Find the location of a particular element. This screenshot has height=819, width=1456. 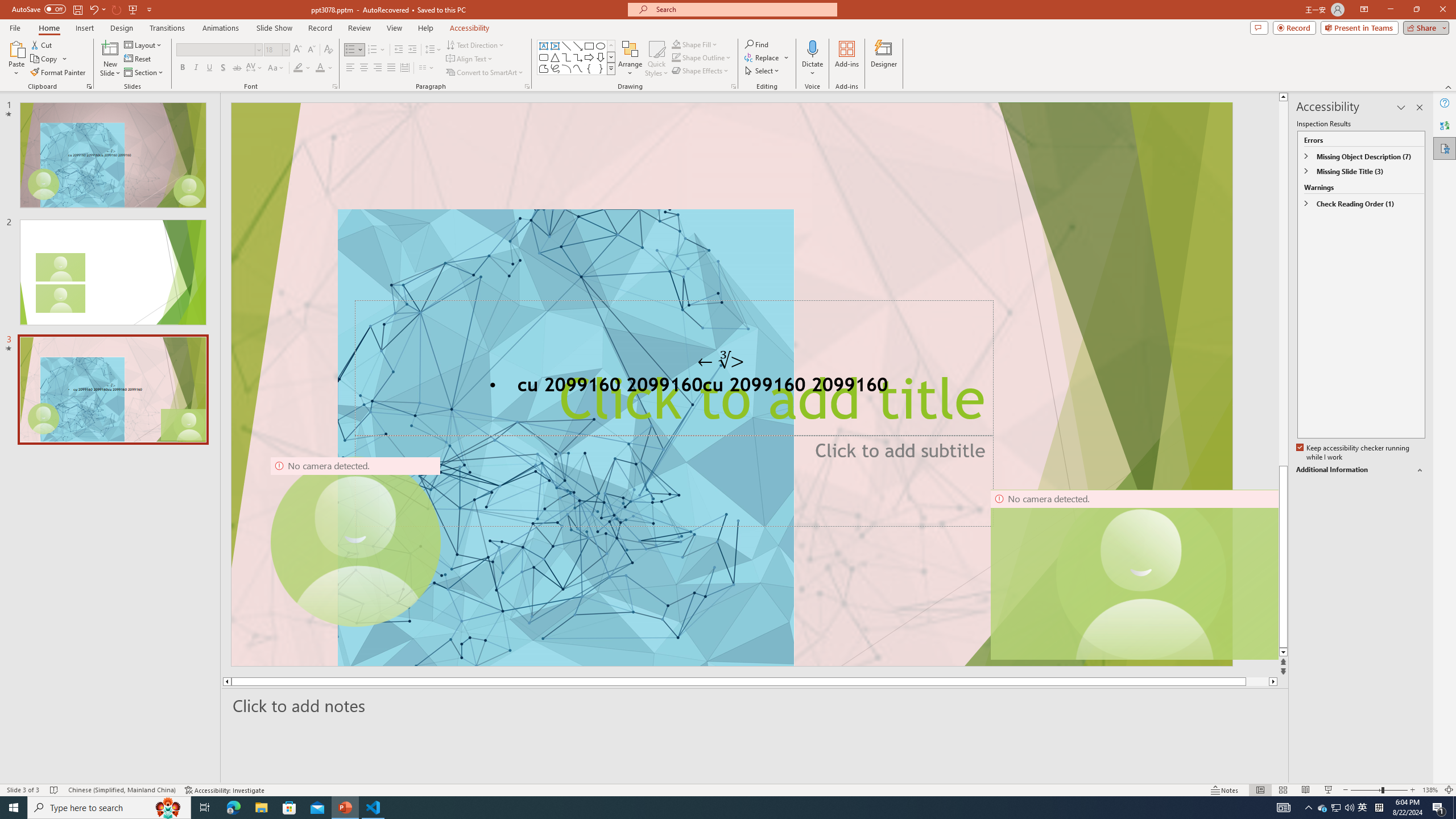

'TextBox 7' is located at coordinates (721, 360).